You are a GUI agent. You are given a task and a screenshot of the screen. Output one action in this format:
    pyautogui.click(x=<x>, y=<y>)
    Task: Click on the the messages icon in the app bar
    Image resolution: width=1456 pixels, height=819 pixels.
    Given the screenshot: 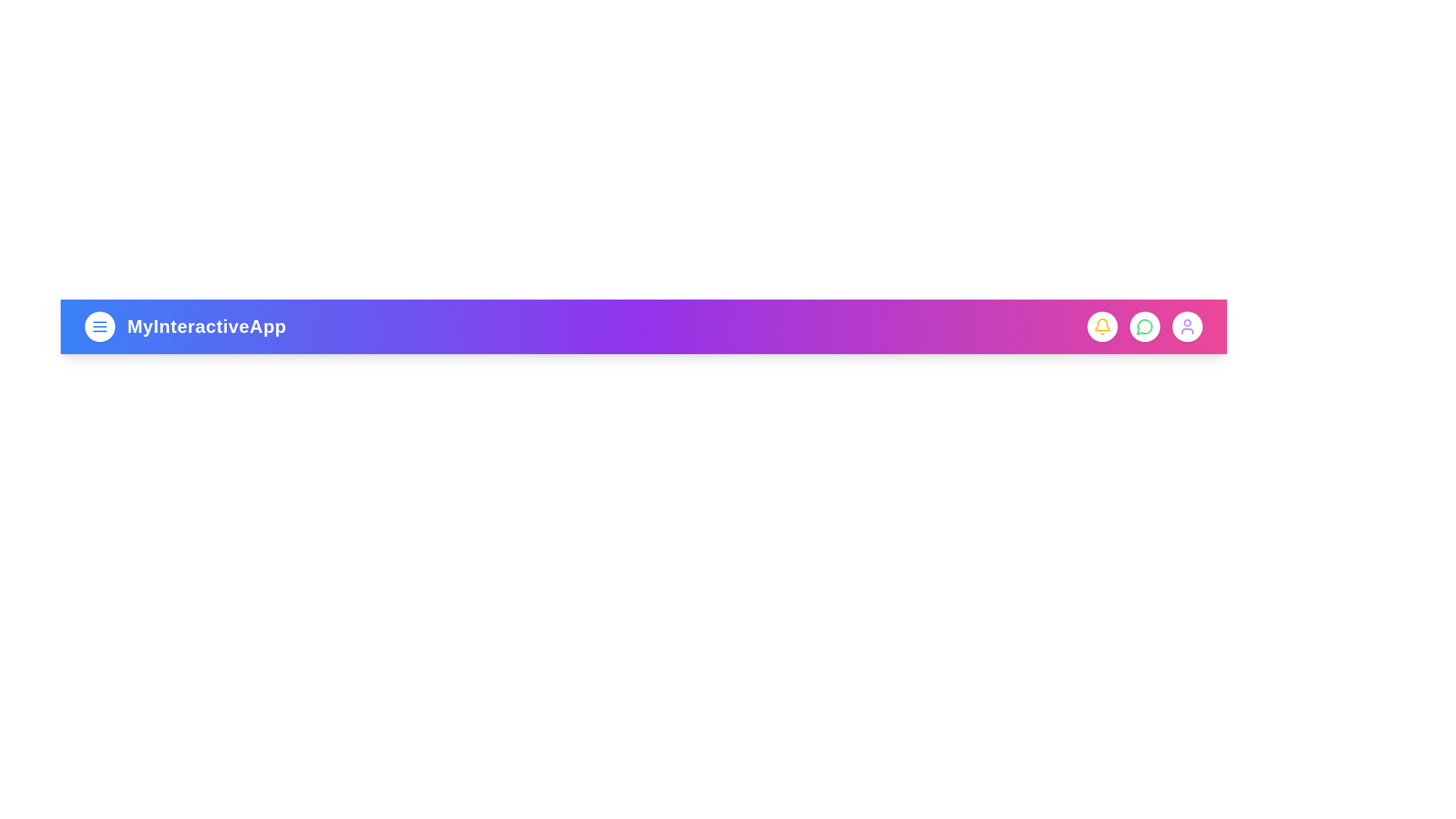 What is the action you would take?
    pyautogui.click(x=1145, y=326)
    